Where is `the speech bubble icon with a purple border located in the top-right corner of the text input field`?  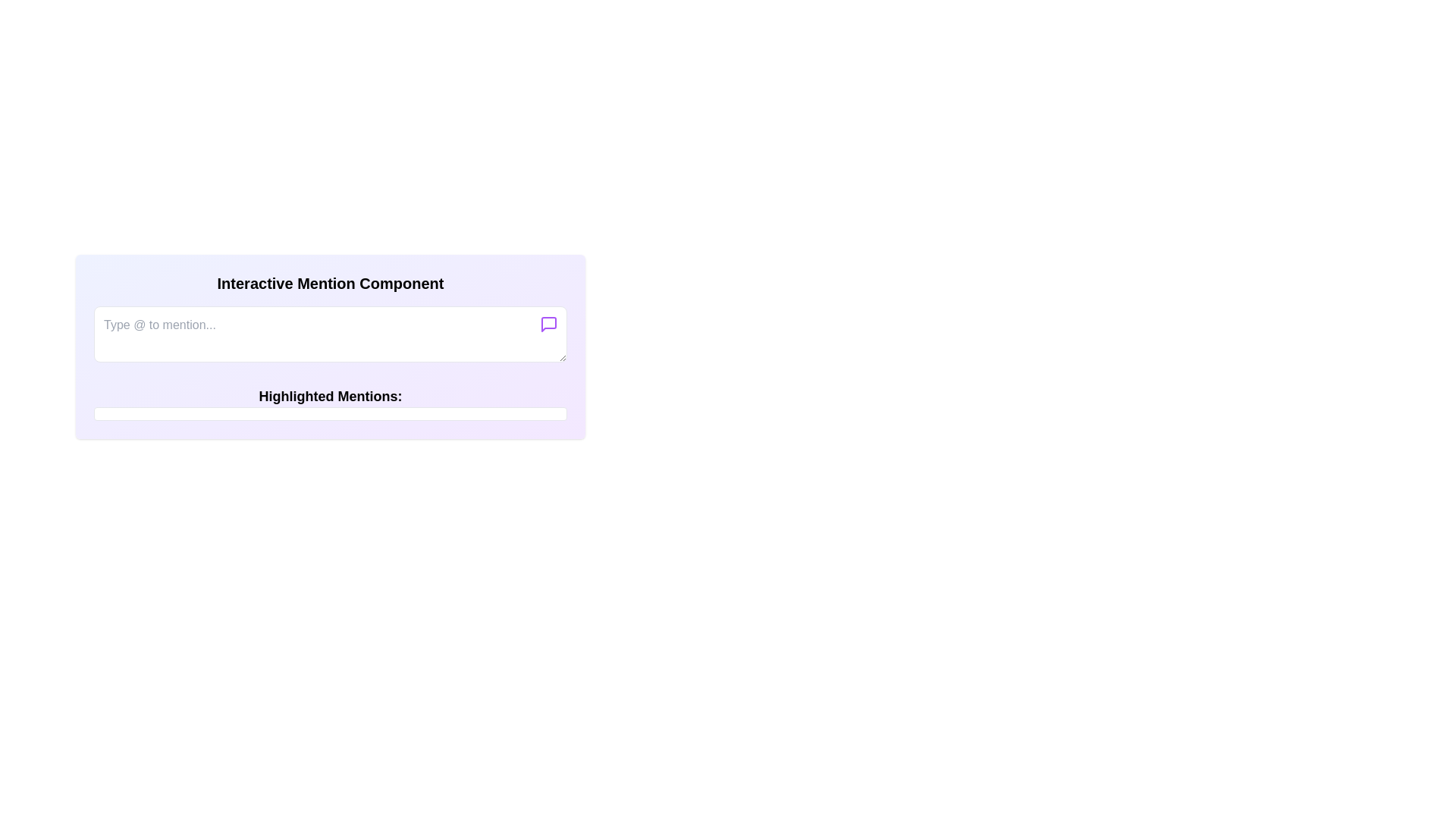 the speech bubble icon with a purple border located in the top-right corner of the text input field is located at coordinates (548, 324).